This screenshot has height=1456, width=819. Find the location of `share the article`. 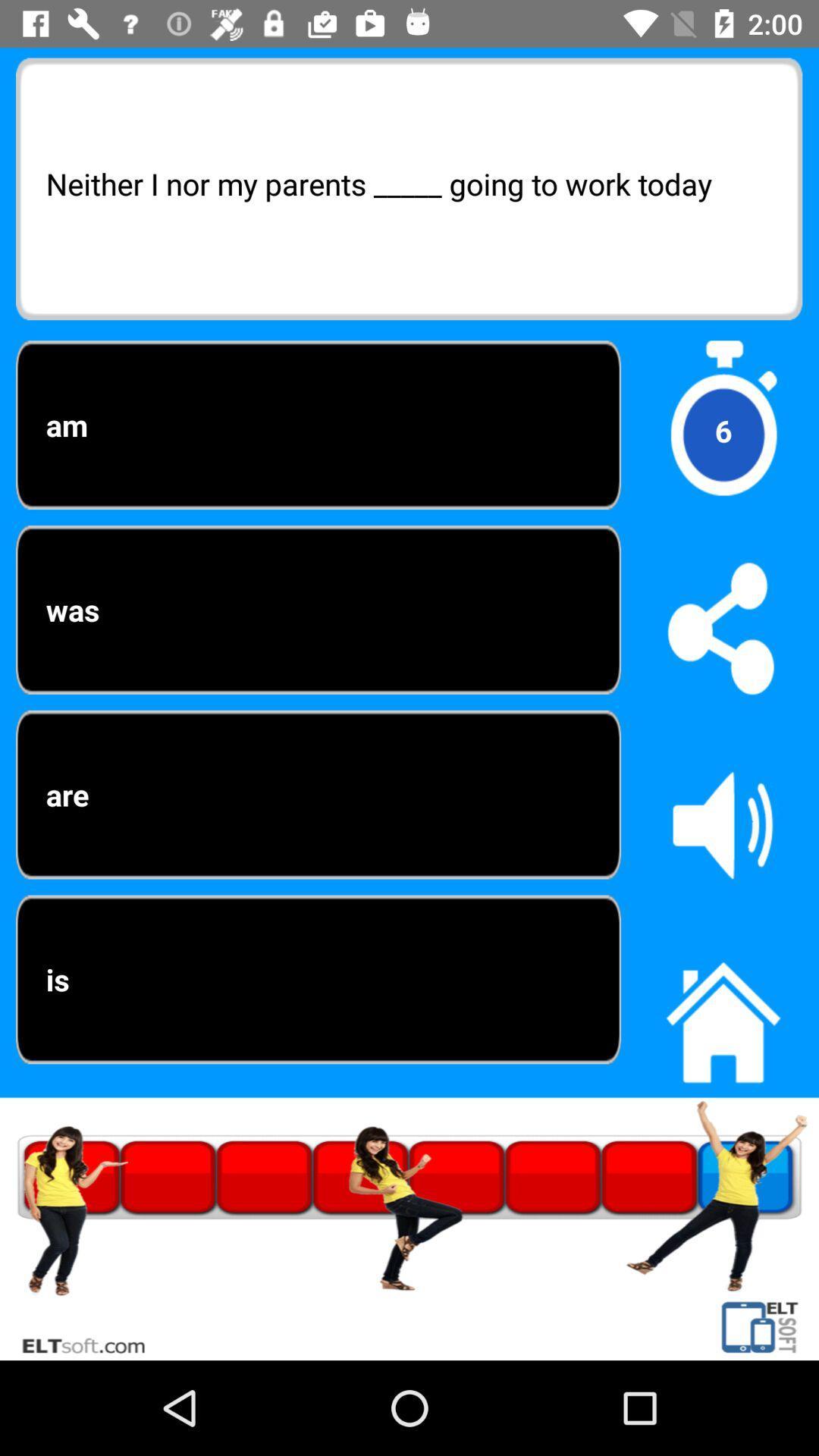

share the article is located at coordinates (722, 627).